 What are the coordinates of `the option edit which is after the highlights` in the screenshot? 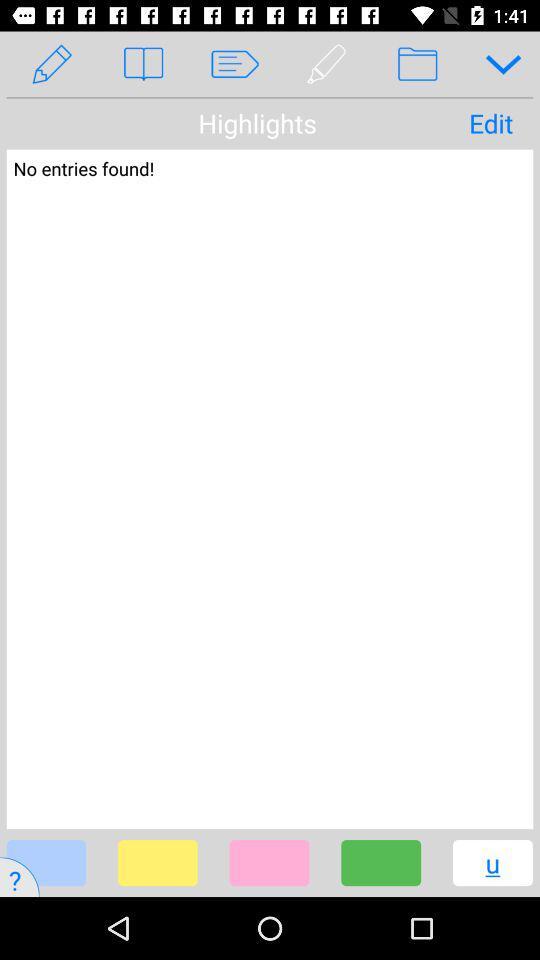 It's located at (490, 122).